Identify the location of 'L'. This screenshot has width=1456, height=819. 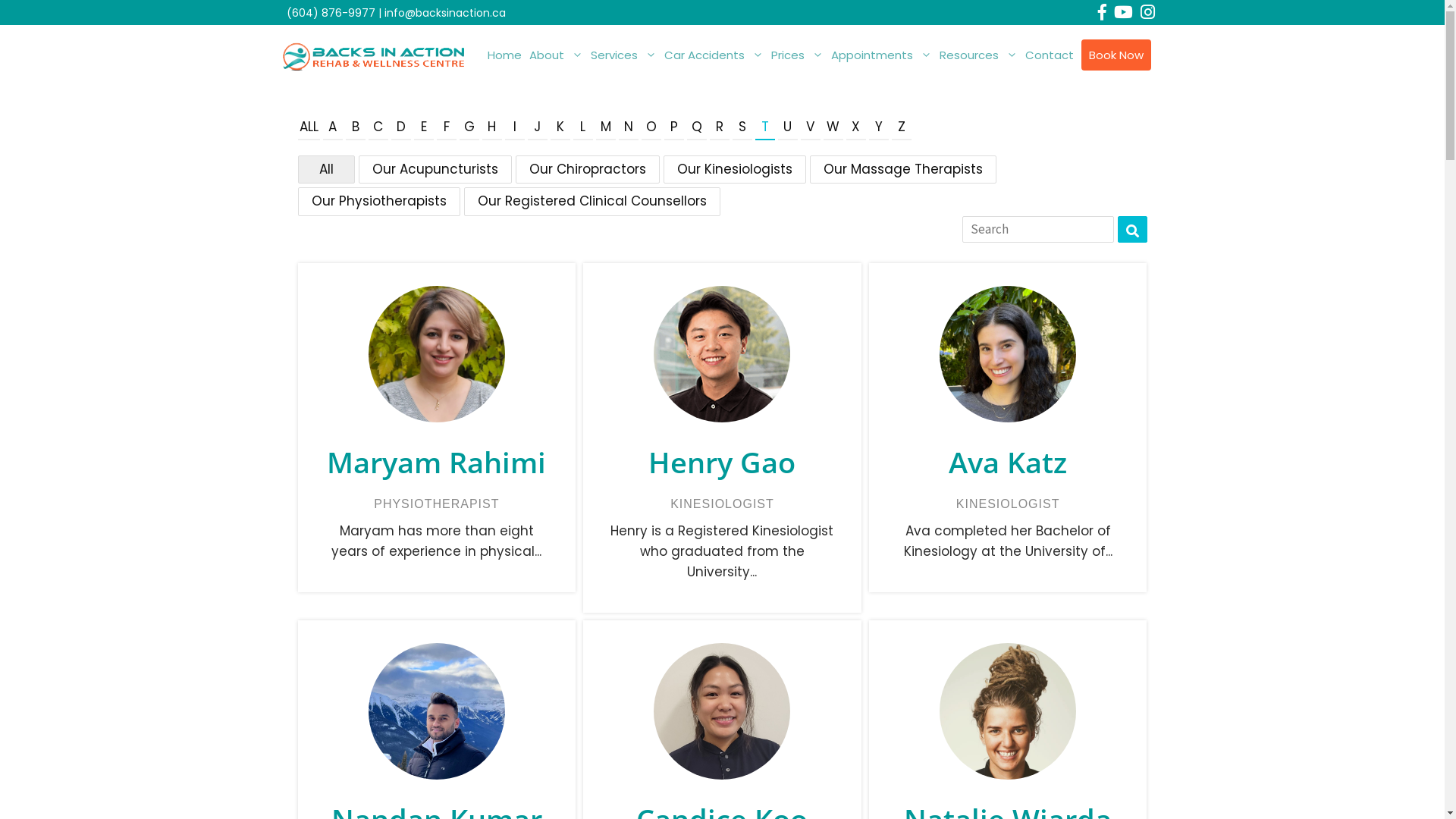
(582, 127).